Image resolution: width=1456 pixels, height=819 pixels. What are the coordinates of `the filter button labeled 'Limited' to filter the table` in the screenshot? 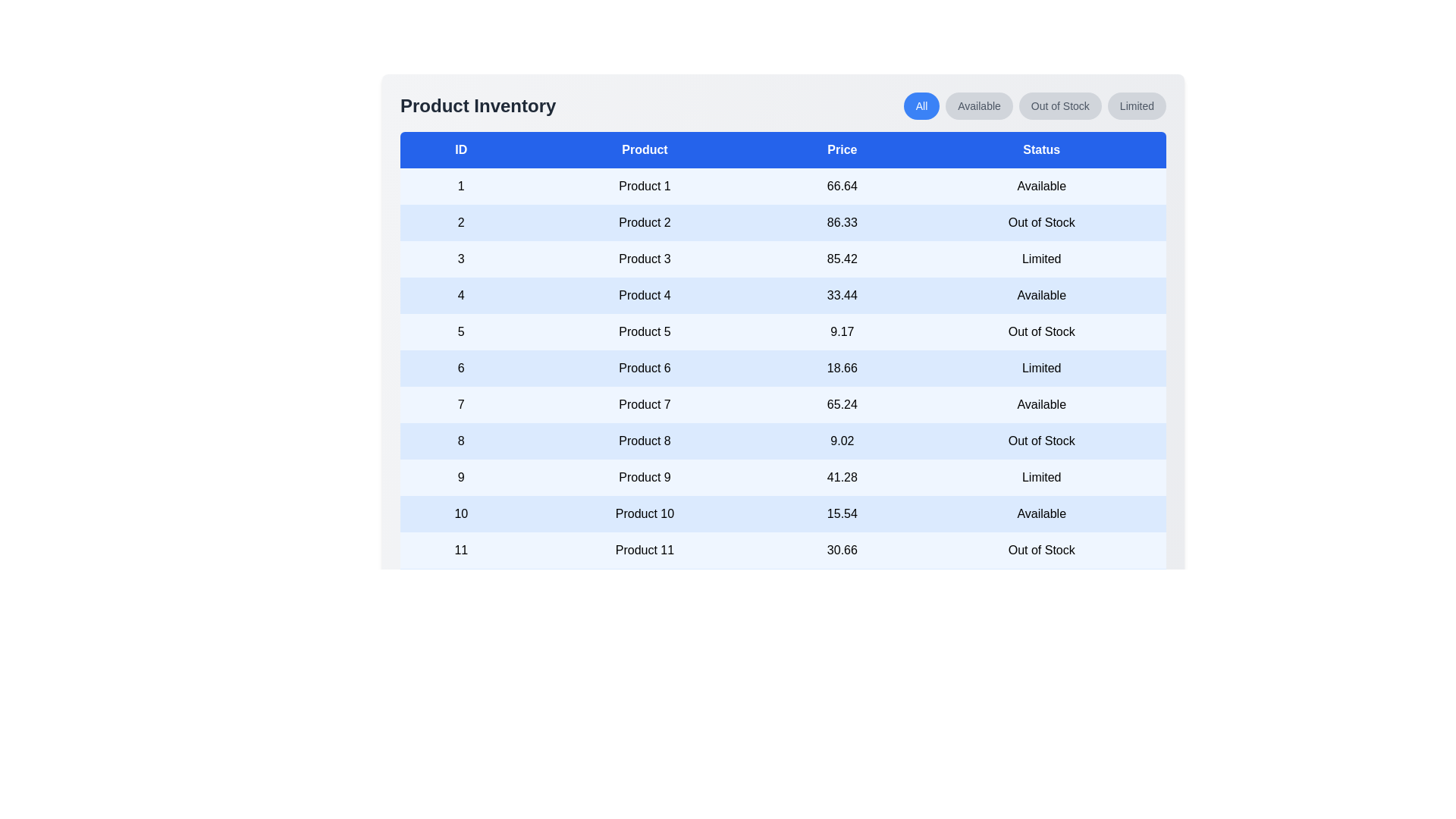 It's located at (1136, 105).